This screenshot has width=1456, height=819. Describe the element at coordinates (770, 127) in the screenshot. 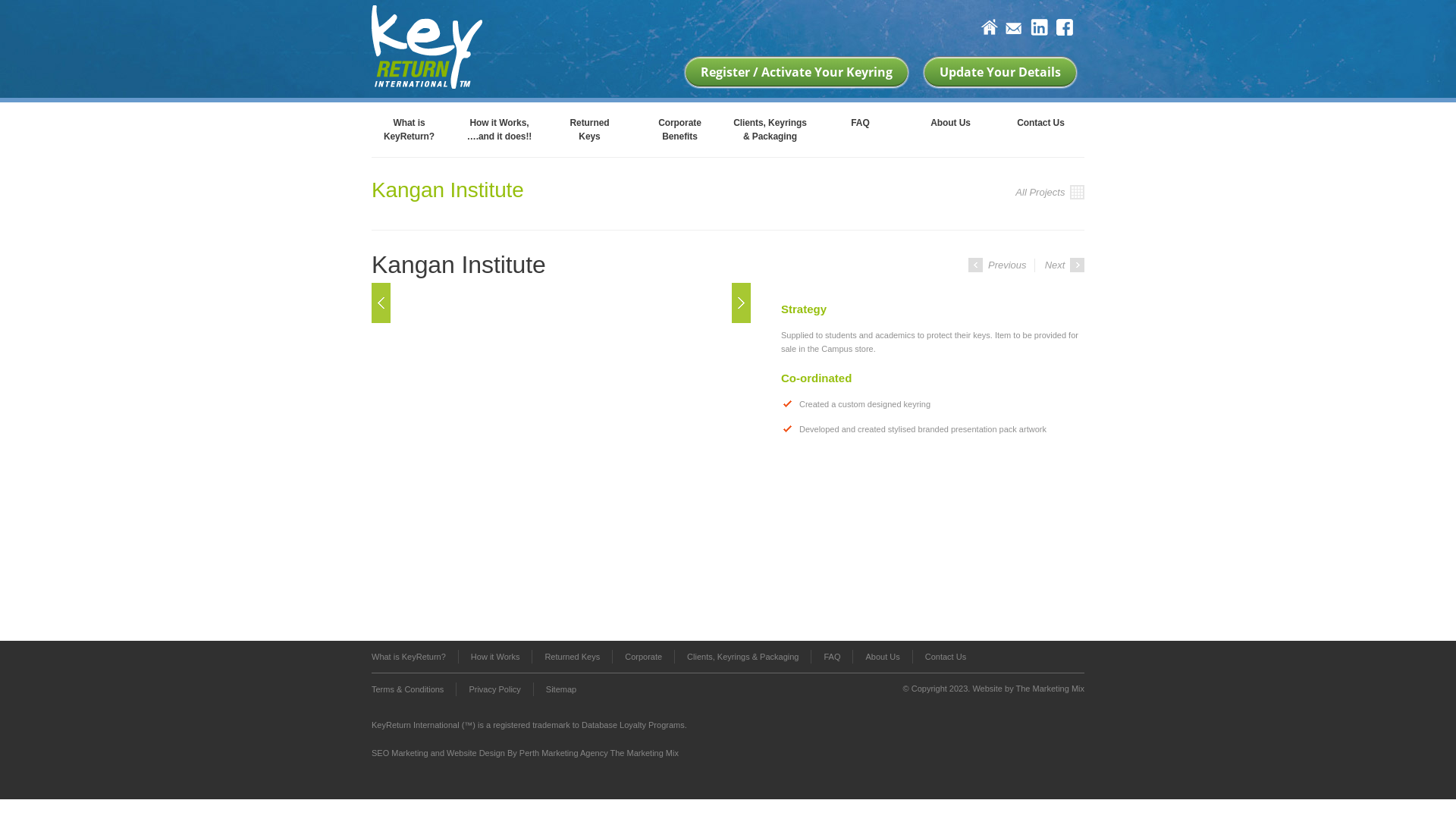

I see `'Clients, Keyrings` at that location.